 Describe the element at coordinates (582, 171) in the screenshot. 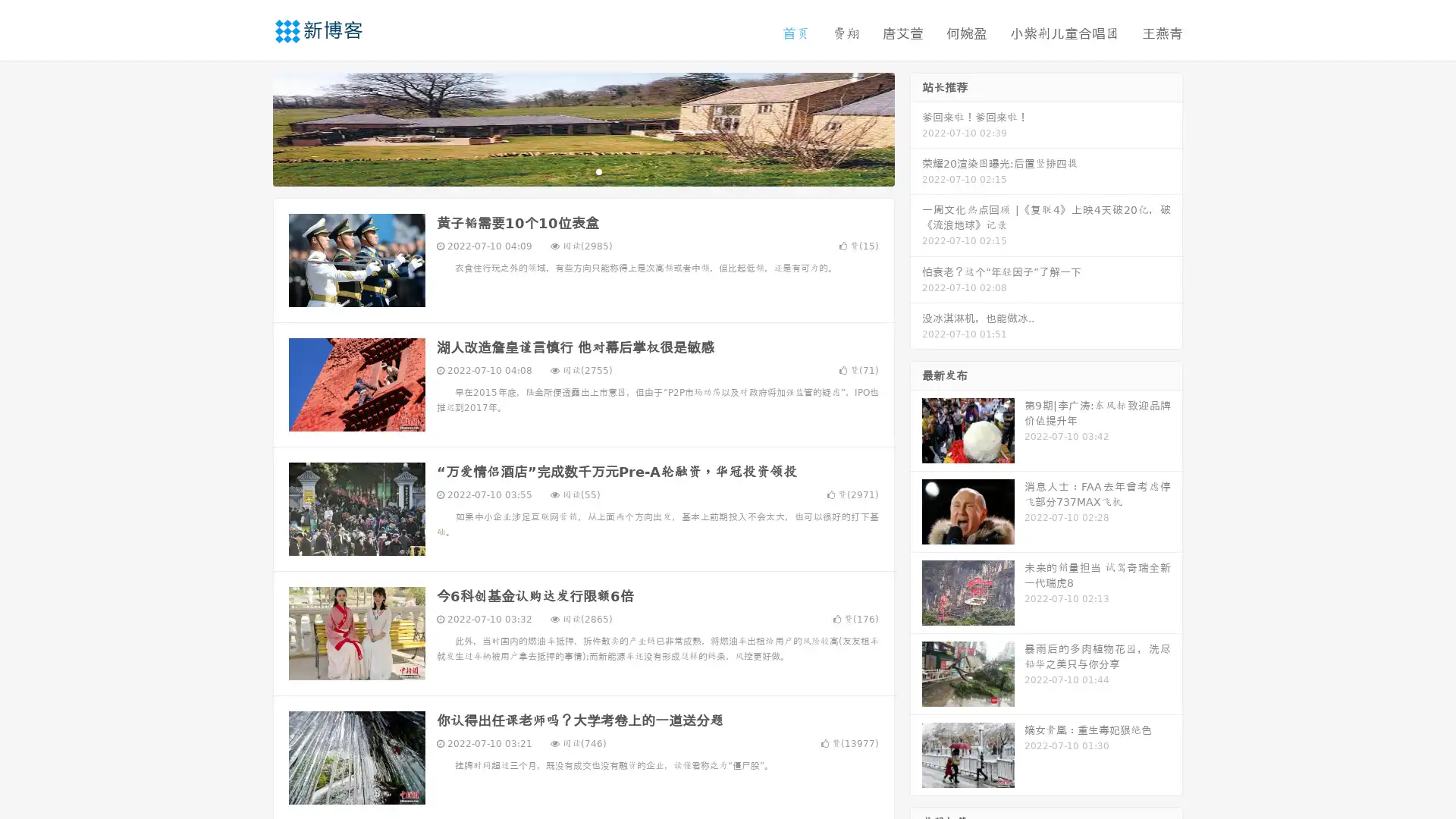

I see `Go to slide 2` at that location.